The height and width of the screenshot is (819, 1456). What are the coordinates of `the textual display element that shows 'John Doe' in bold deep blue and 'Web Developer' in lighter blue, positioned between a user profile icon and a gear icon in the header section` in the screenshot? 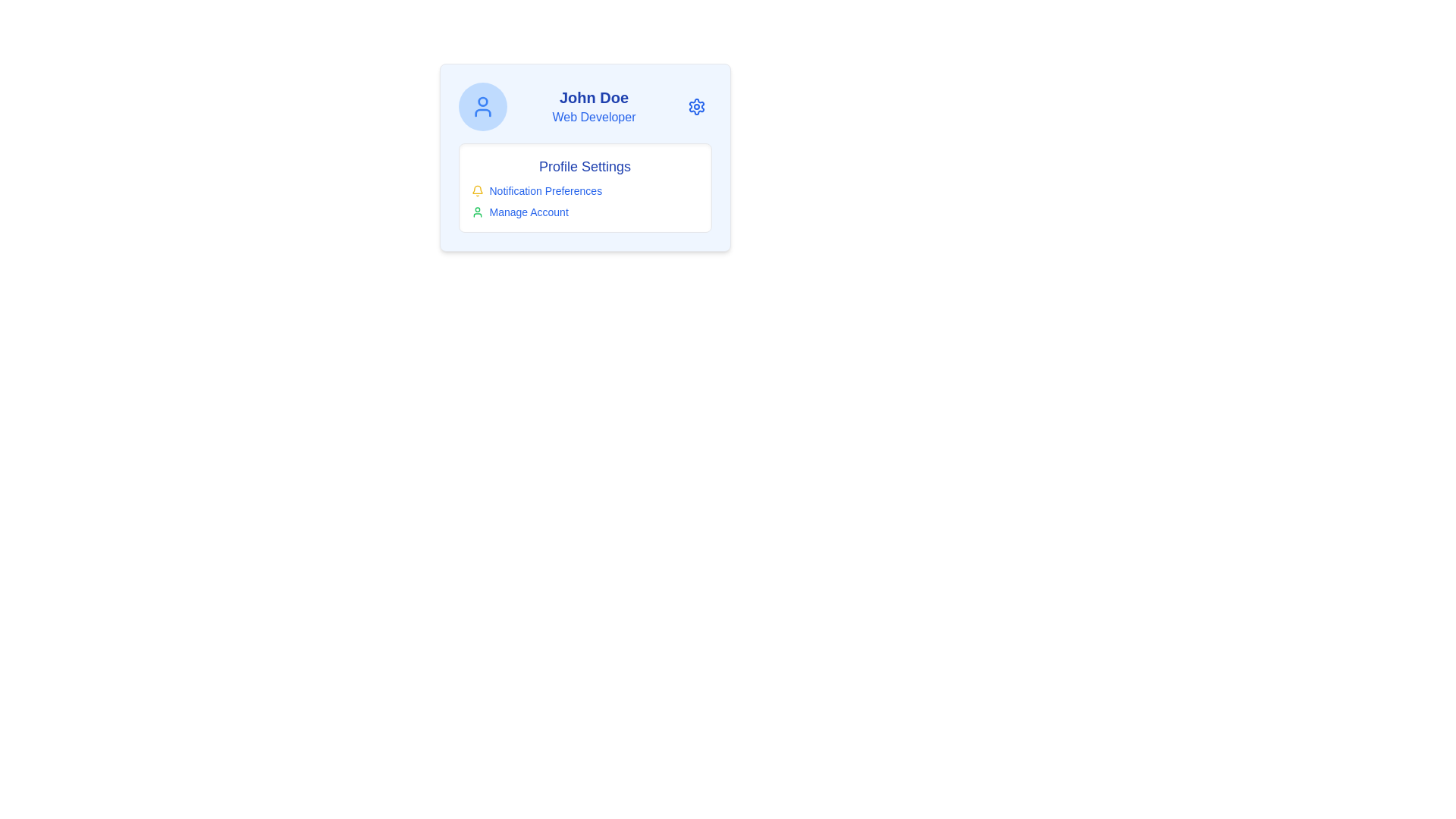 It's located at (593, 106).